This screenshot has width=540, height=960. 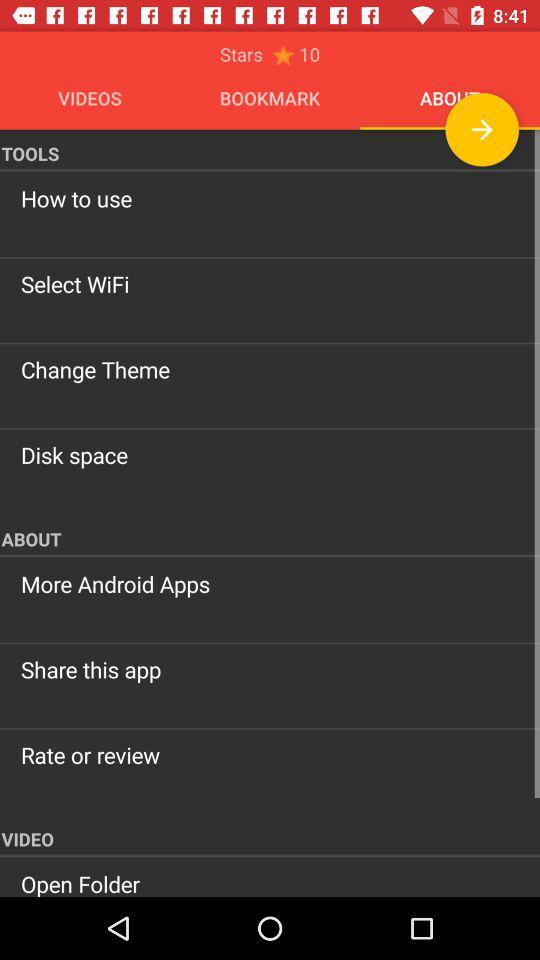 What do you see at coordinates (481, 128) in the screenshot?
I see `the item next to the bookmark item` at bounding box center [481, 128].